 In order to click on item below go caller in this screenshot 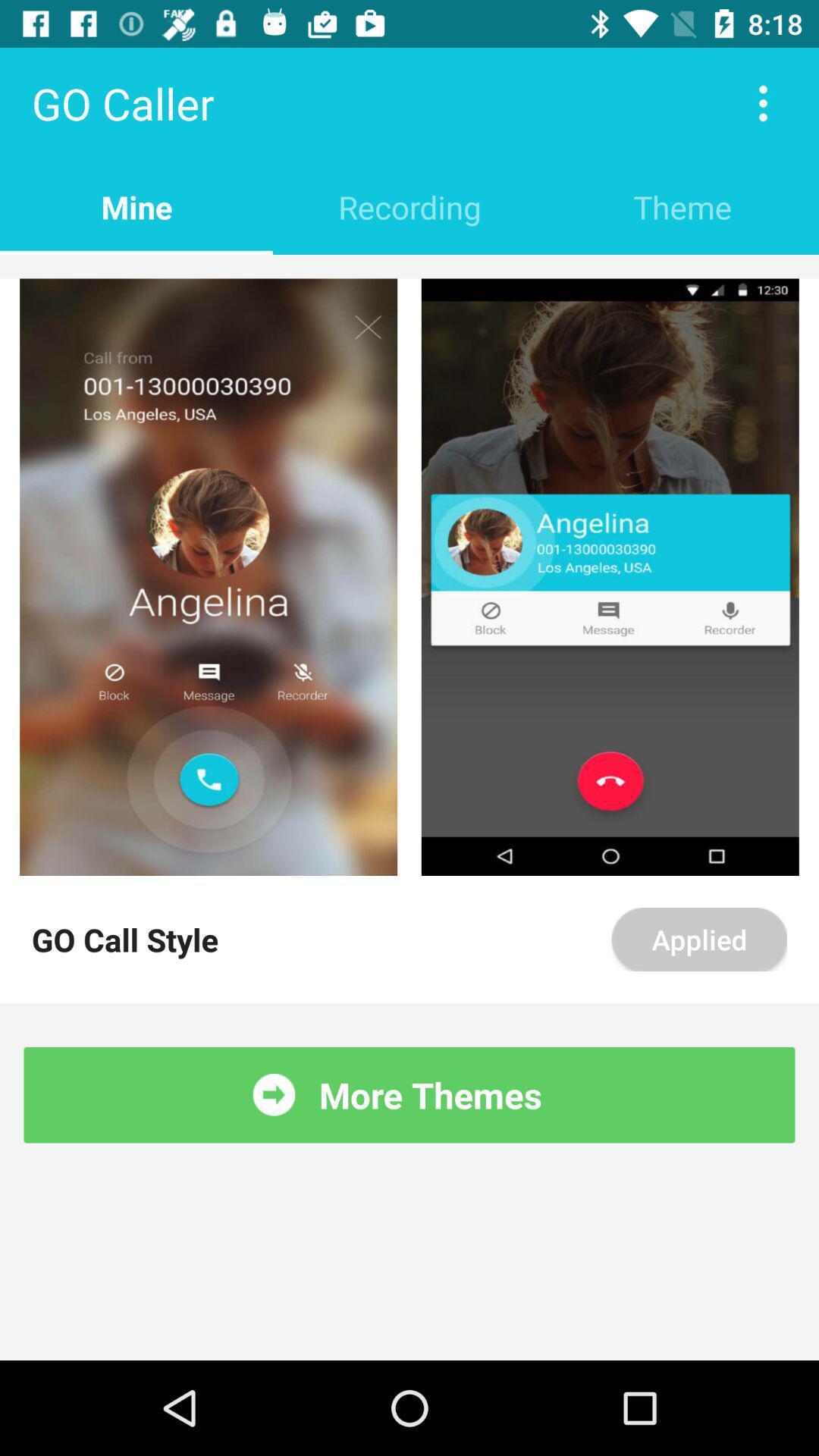, I will do `click(409, 206)`.